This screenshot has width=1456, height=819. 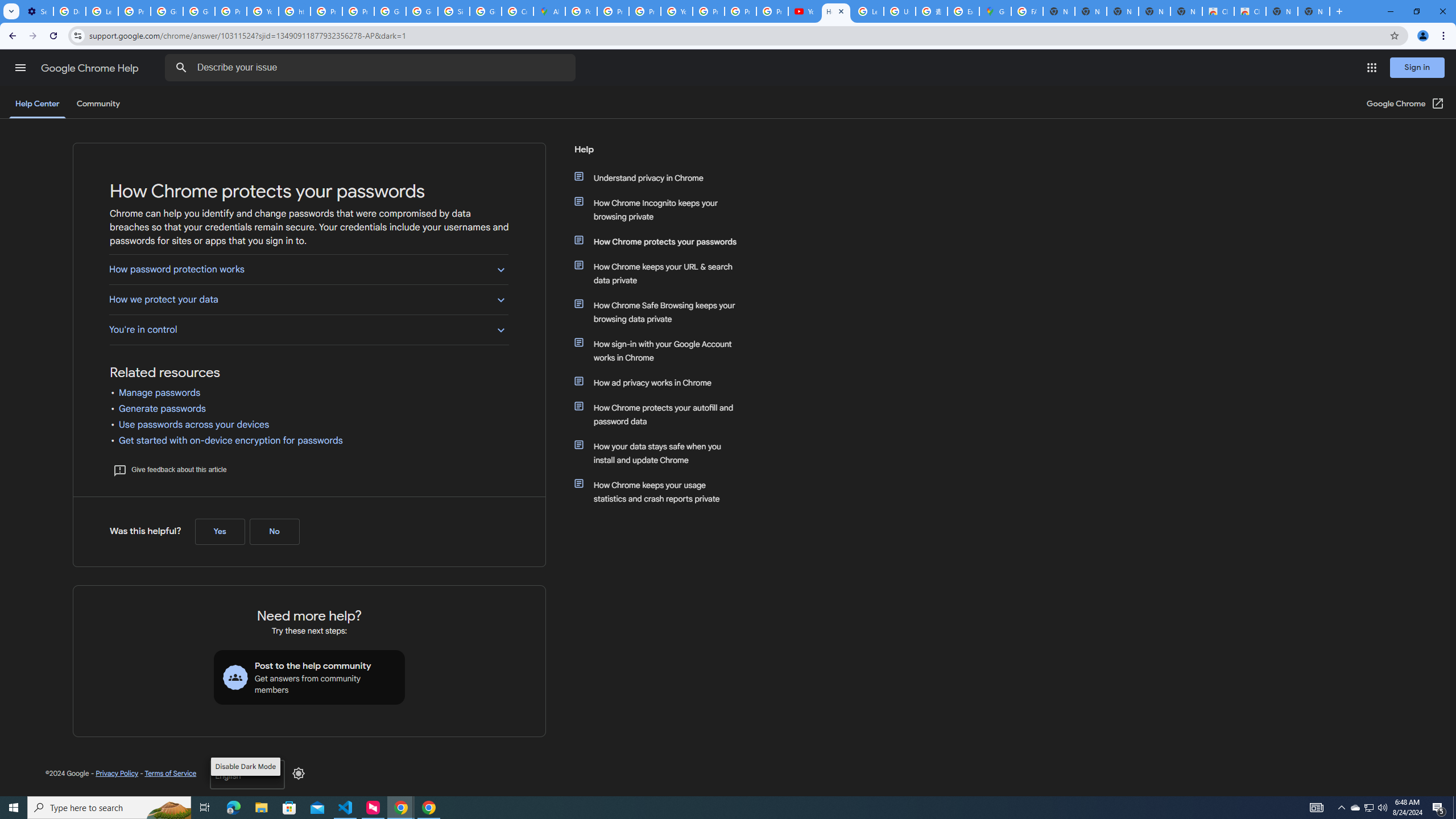 What do you see at coordinates (167, 11) in the screenshot?
I see `'Google Account Help'` at bounding box center [167, 11].